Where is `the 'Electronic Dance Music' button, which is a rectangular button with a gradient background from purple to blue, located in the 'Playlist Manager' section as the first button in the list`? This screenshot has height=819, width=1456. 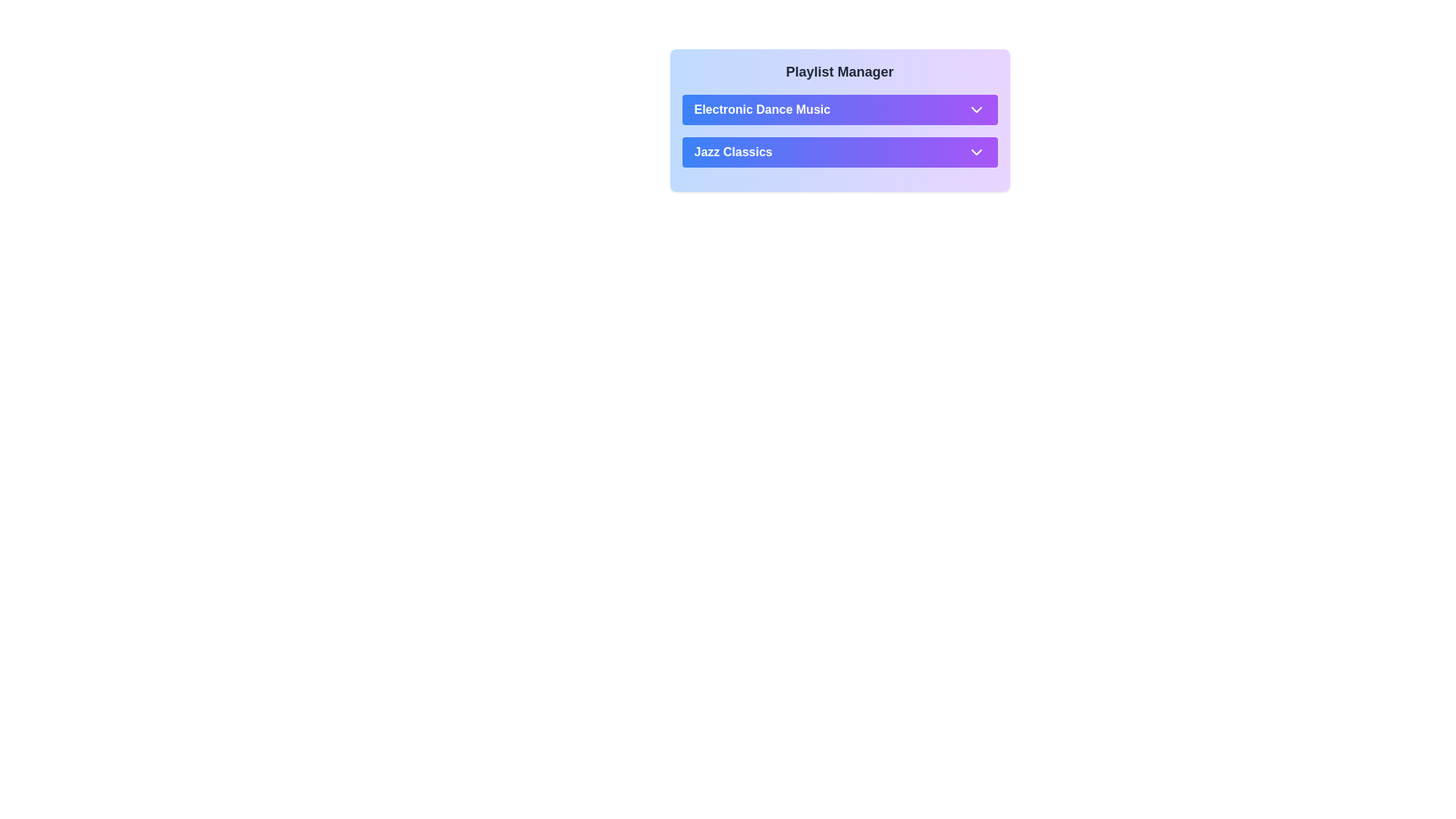
the 'Electronic Dance Music' button, which is a rectangular button with a gradient background from purple to blue, located in the 'Playlist Manager' section as the first button in the list is located at coordinates (839, 109).